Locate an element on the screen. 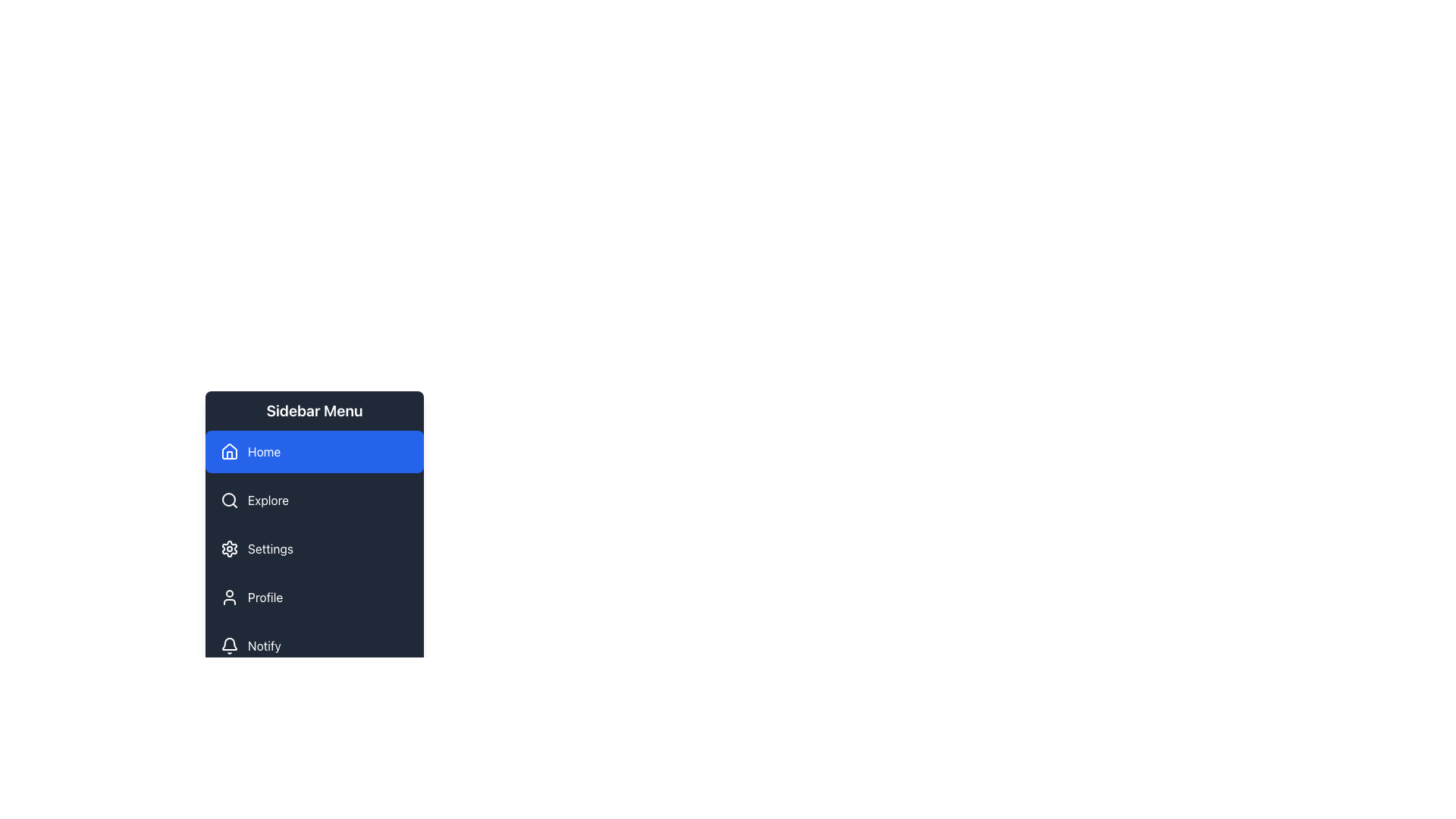 The width and height of the screenshot is (1456, 819). the house-shaped icon in the sidebar menu that represents the 'Home' button is located at coordinates (228, 450).